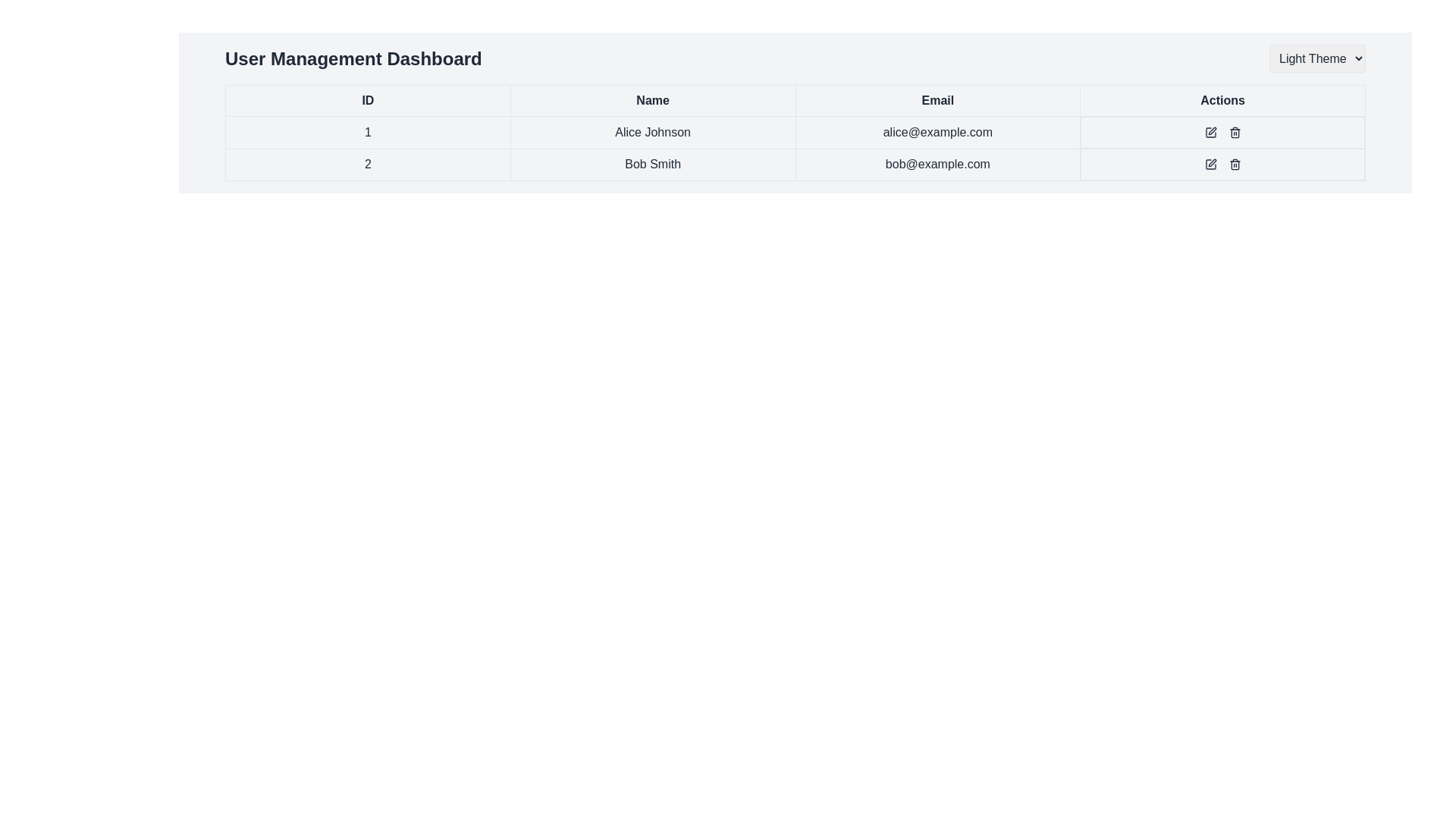 The height and width of the screenshot is (819, 1456). What do you see at coordinates (1210, 164) in the screenshot?
I see `the edit action Icon button located in the 'Actions' column of the second row in the user management table` at bounding box center [1210, 164].